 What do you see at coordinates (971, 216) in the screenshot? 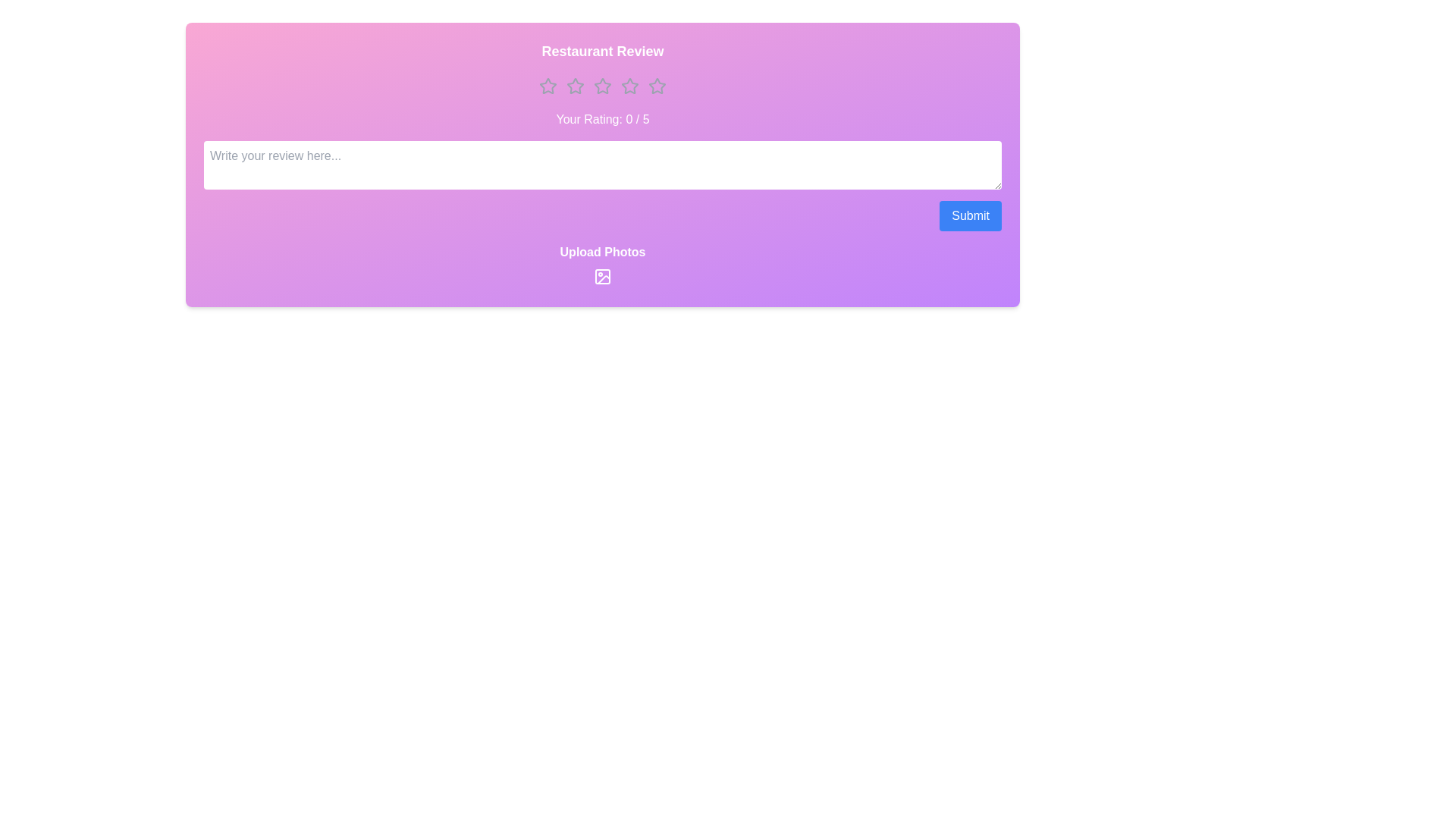
I see `the submit button to submit the review` at bounding box center [971, 216].